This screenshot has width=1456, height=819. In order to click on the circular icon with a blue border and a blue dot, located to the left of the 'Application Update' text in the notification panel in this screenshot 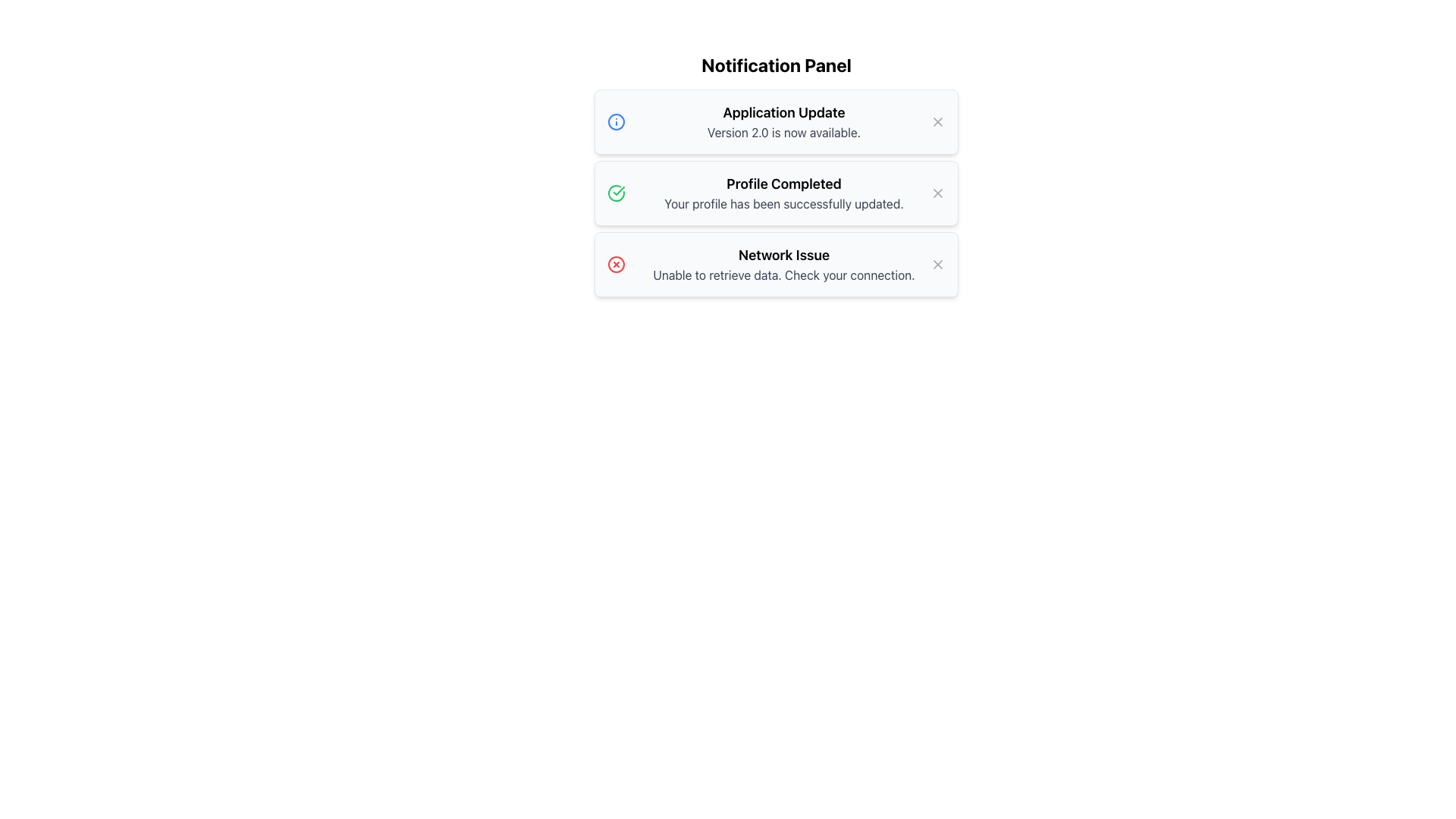, I will do `click(616, 121)`.